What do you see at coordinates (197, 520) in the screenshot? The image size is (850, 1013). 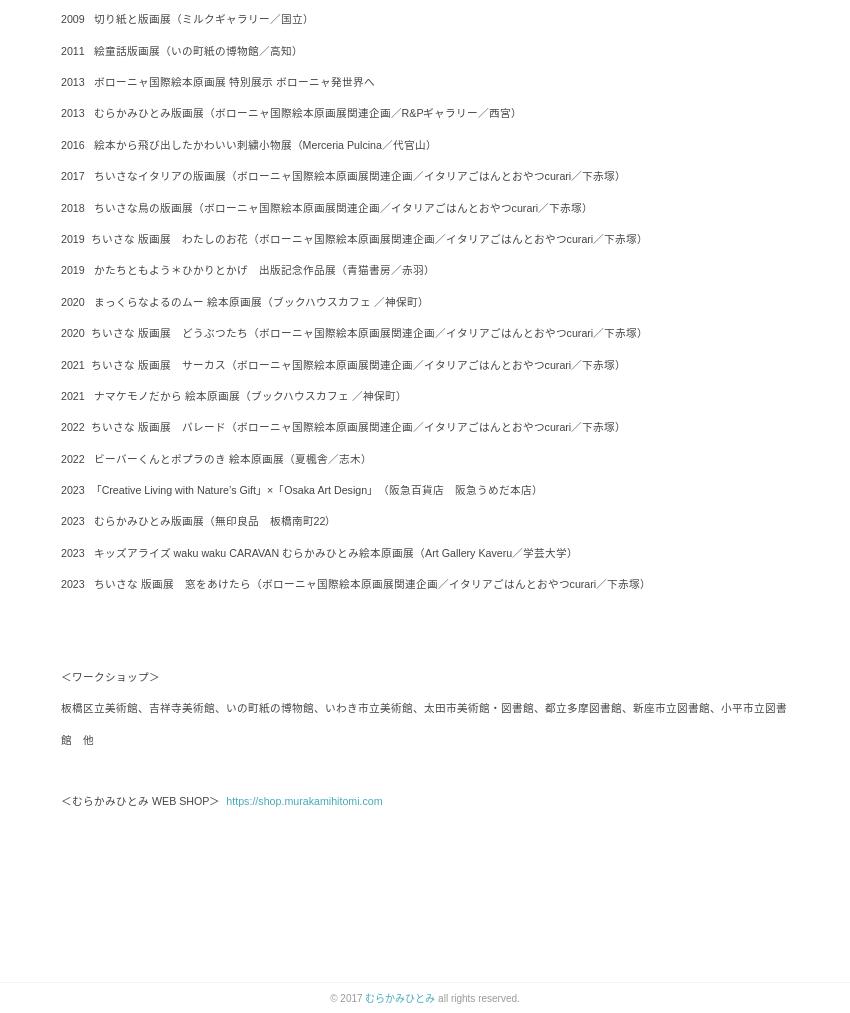 I see `'2023   むらかみひとみ版画展（無印良品　板橋南町22）'` at bounding box center [197, 520].